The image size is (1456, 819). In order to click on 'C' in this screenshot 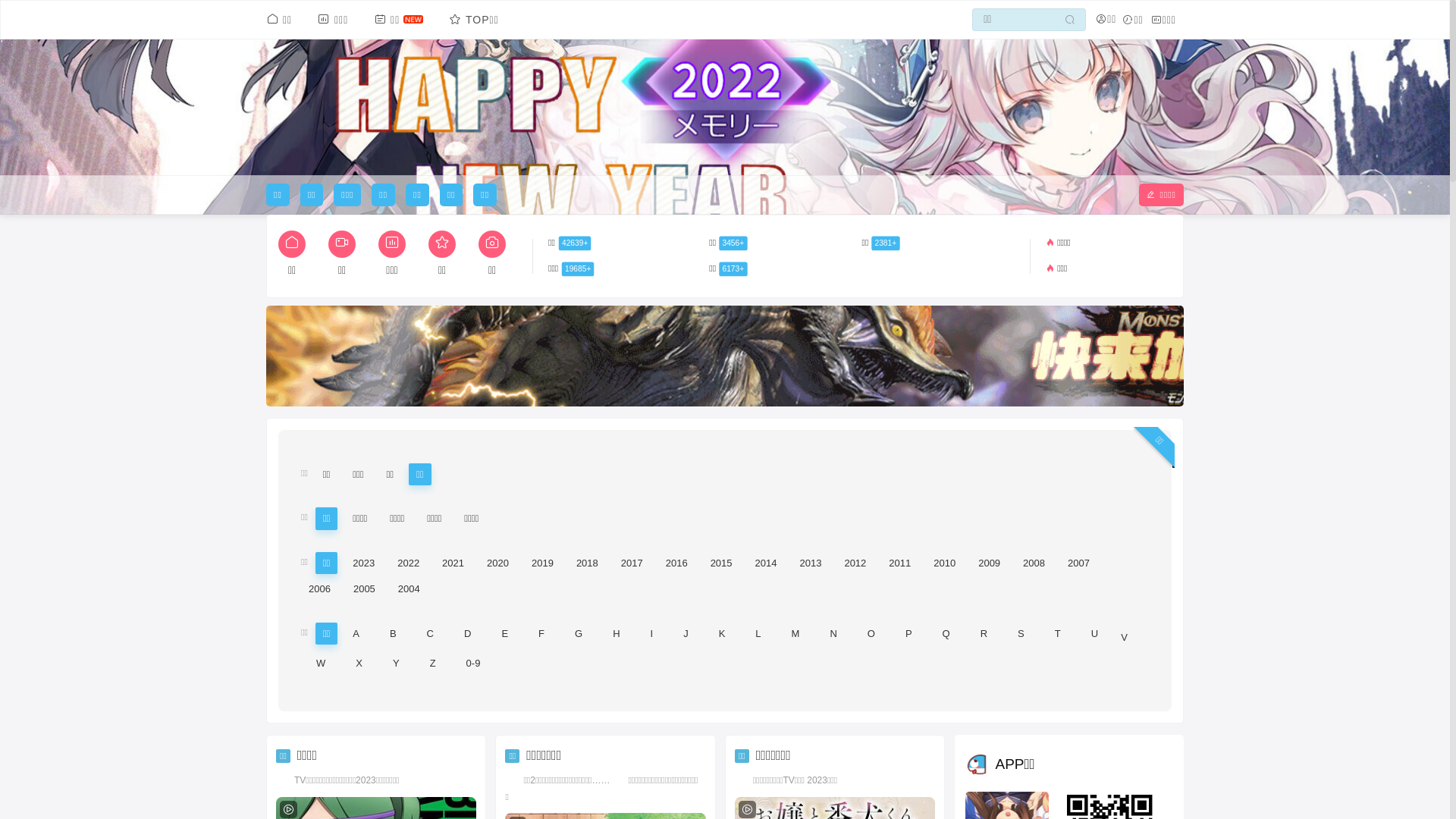, I will do `click(429, 633)`.